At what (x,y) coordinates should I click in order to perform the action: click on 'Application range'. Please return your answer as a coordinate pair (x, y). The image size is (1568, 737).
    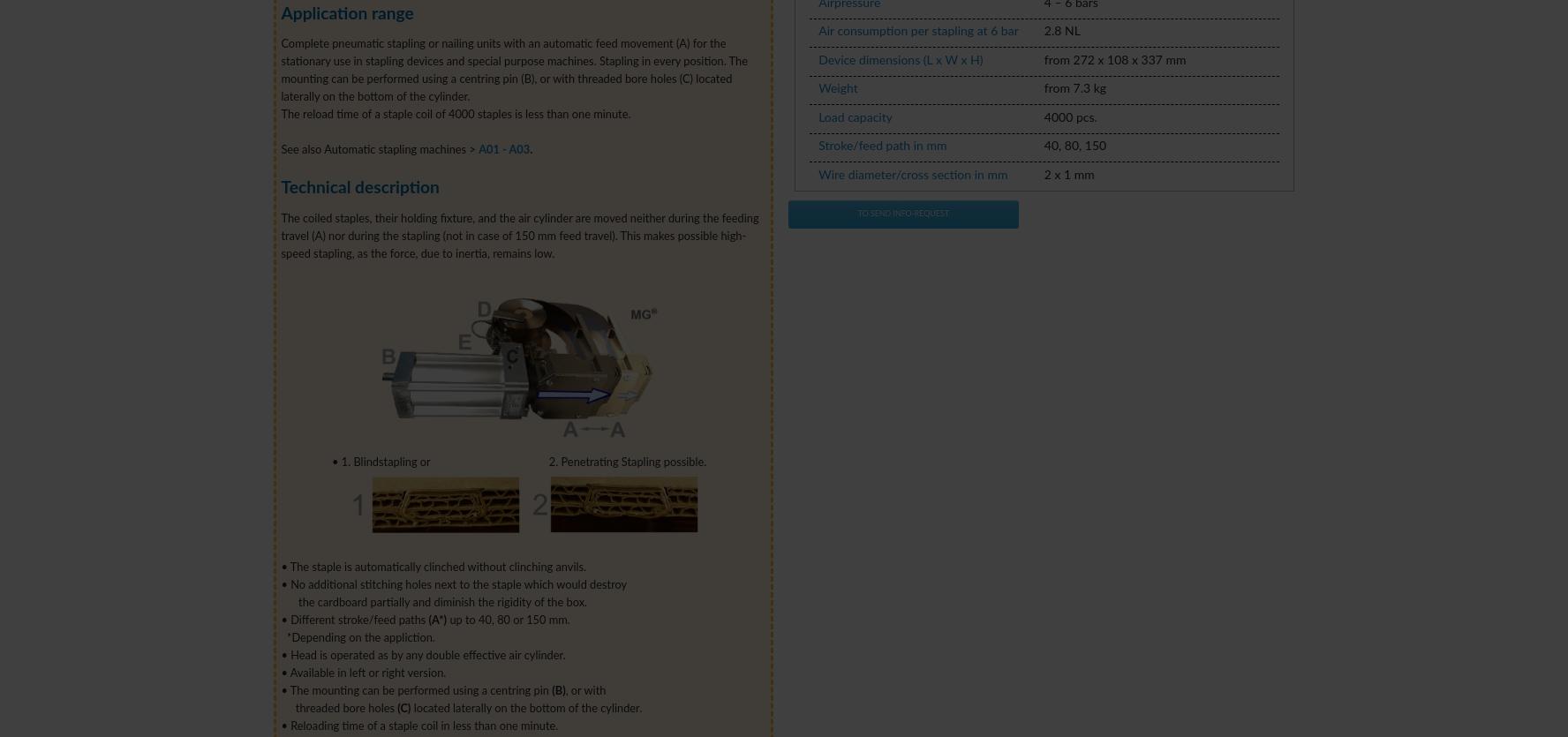
    Looking at the image, I should click on (347, 13).